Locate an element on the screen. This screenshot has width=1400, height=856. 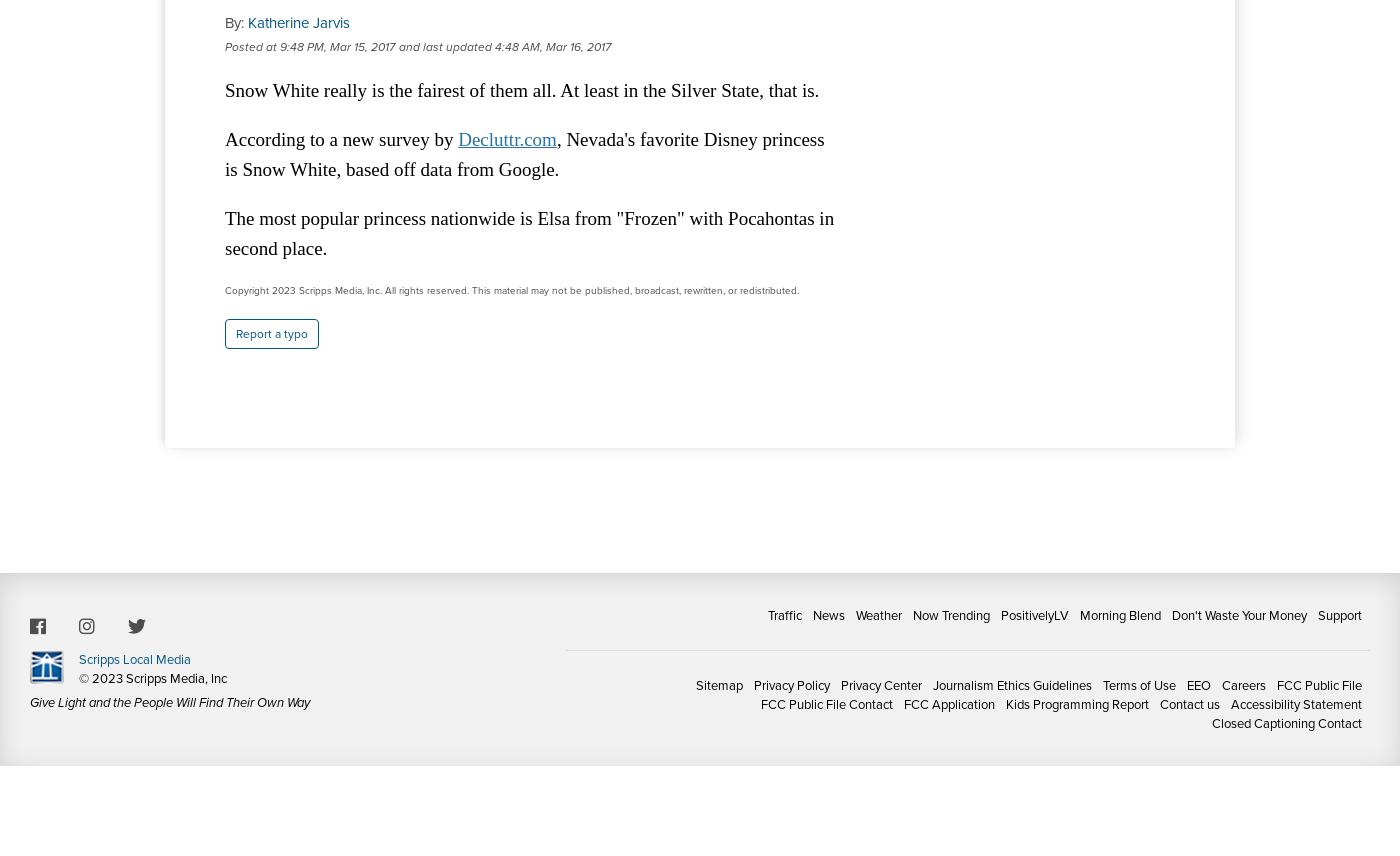
'EEO' is located at coordinates (1198, 684).